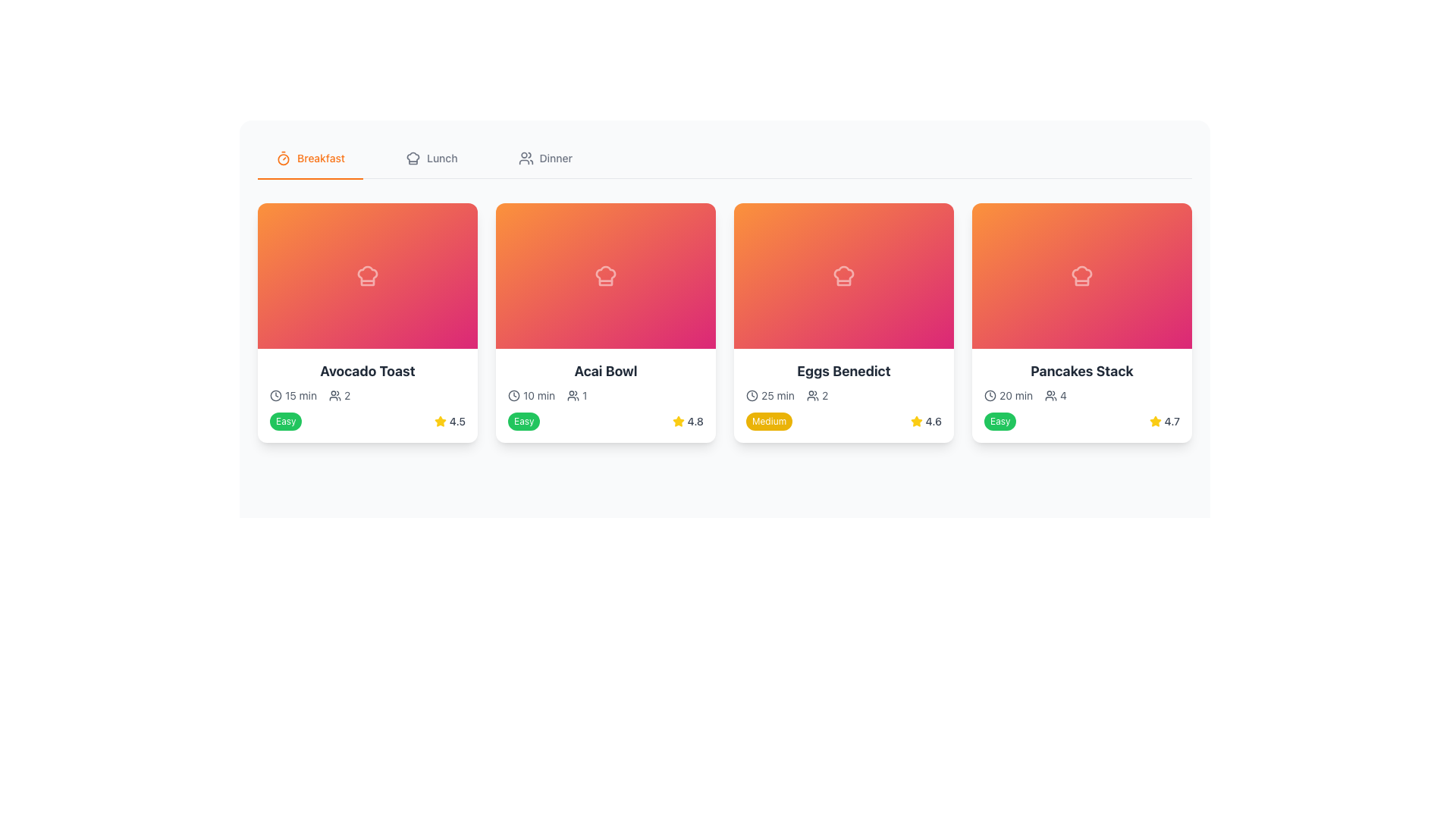 The height and width of the screenshot is (819, 1456). What do you see at coordinates (1081, 421) in the screenshot?
I see `the difficulty level and rating indicator for the 'Pancakes Stack' recipe, located at the bottom-right of the card` at bounding box center [1081, 421].